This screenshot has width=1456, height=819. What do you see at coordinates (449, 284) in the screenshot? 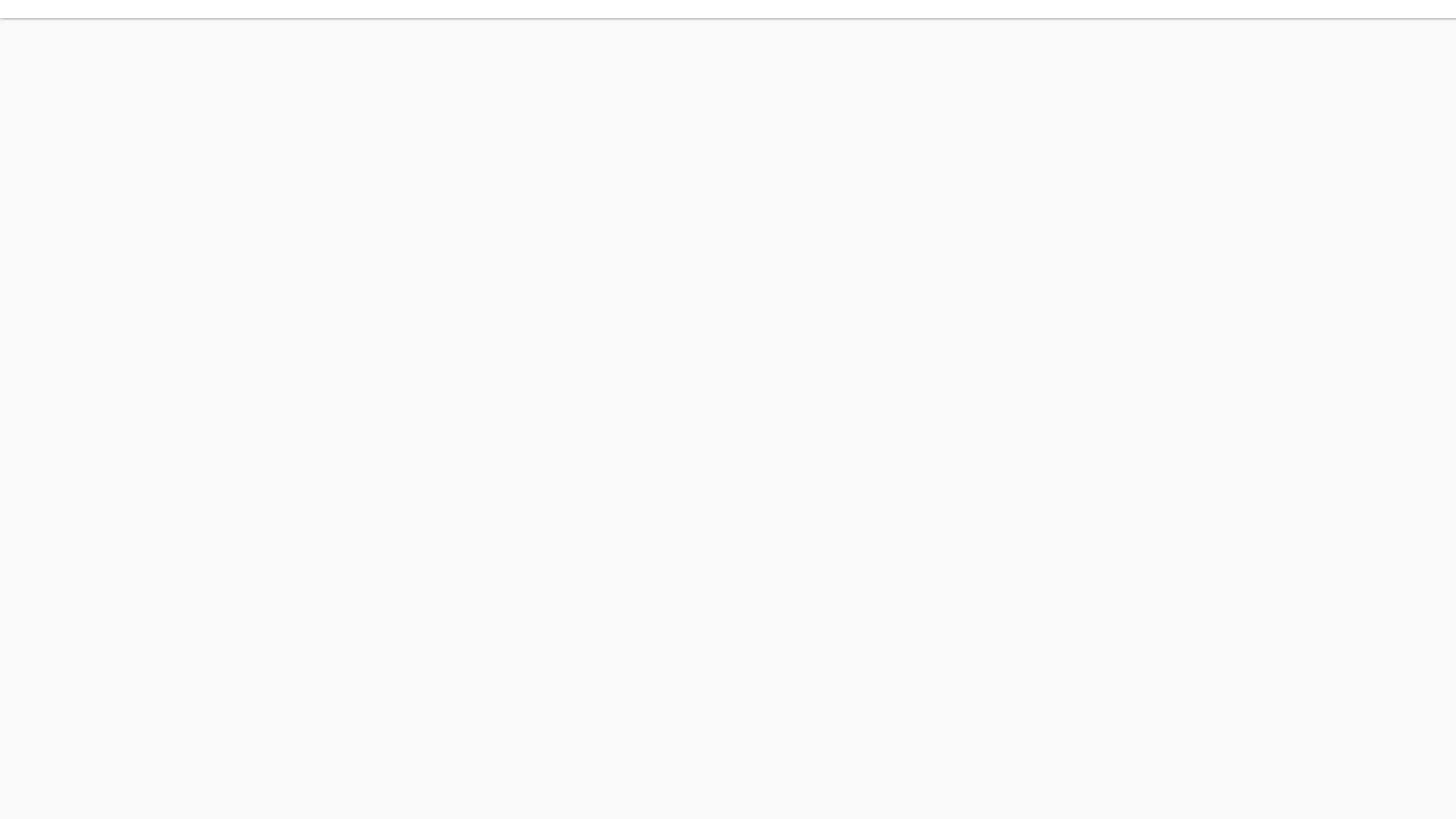
I see `Submit` at bounding box center [449, 284].